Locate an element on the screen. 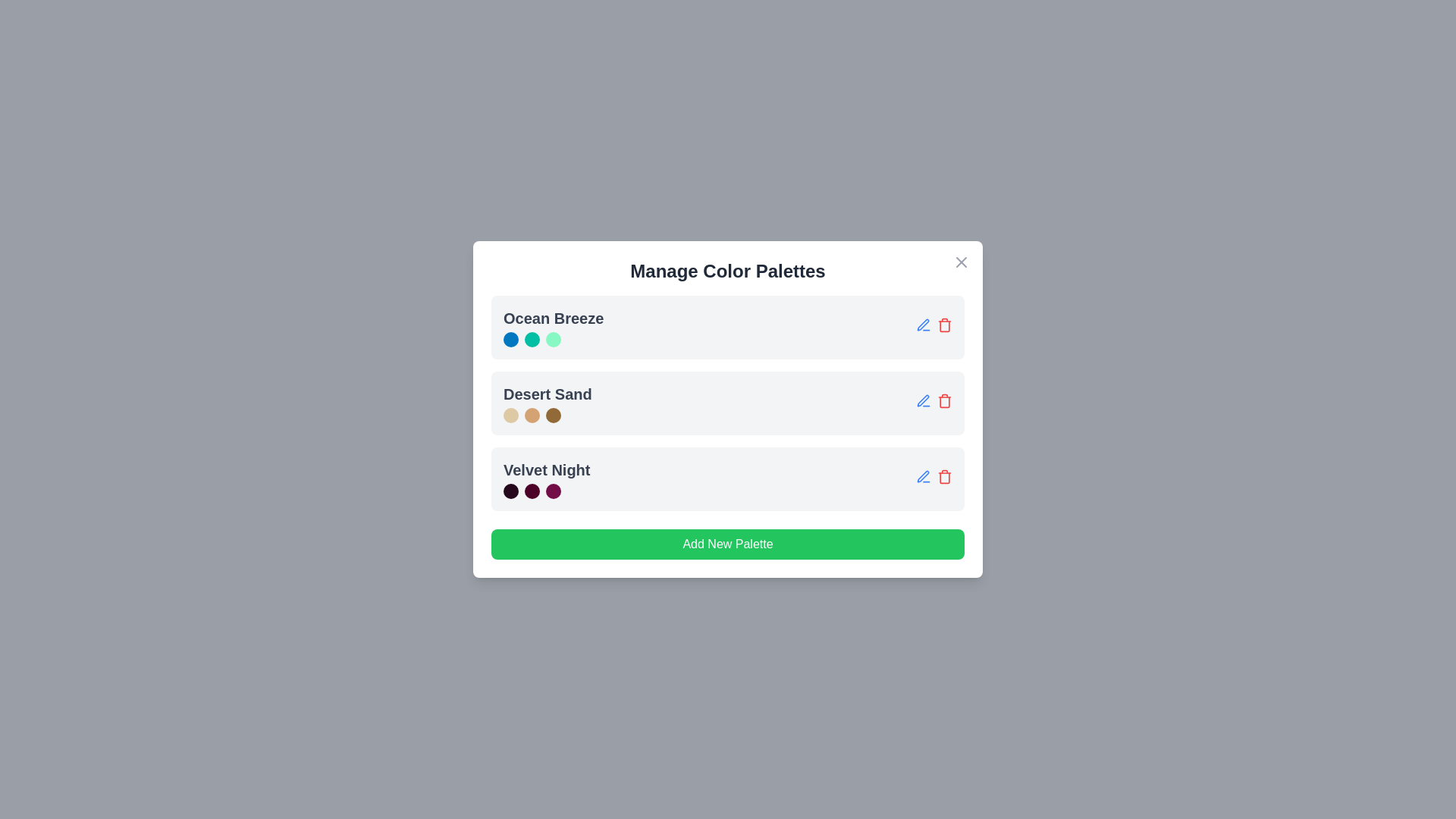 Image resolution: width=1456 pixels, height=819 pixels. the edit icon for the palette named Desert Sand is located at coordinates (923, 400).